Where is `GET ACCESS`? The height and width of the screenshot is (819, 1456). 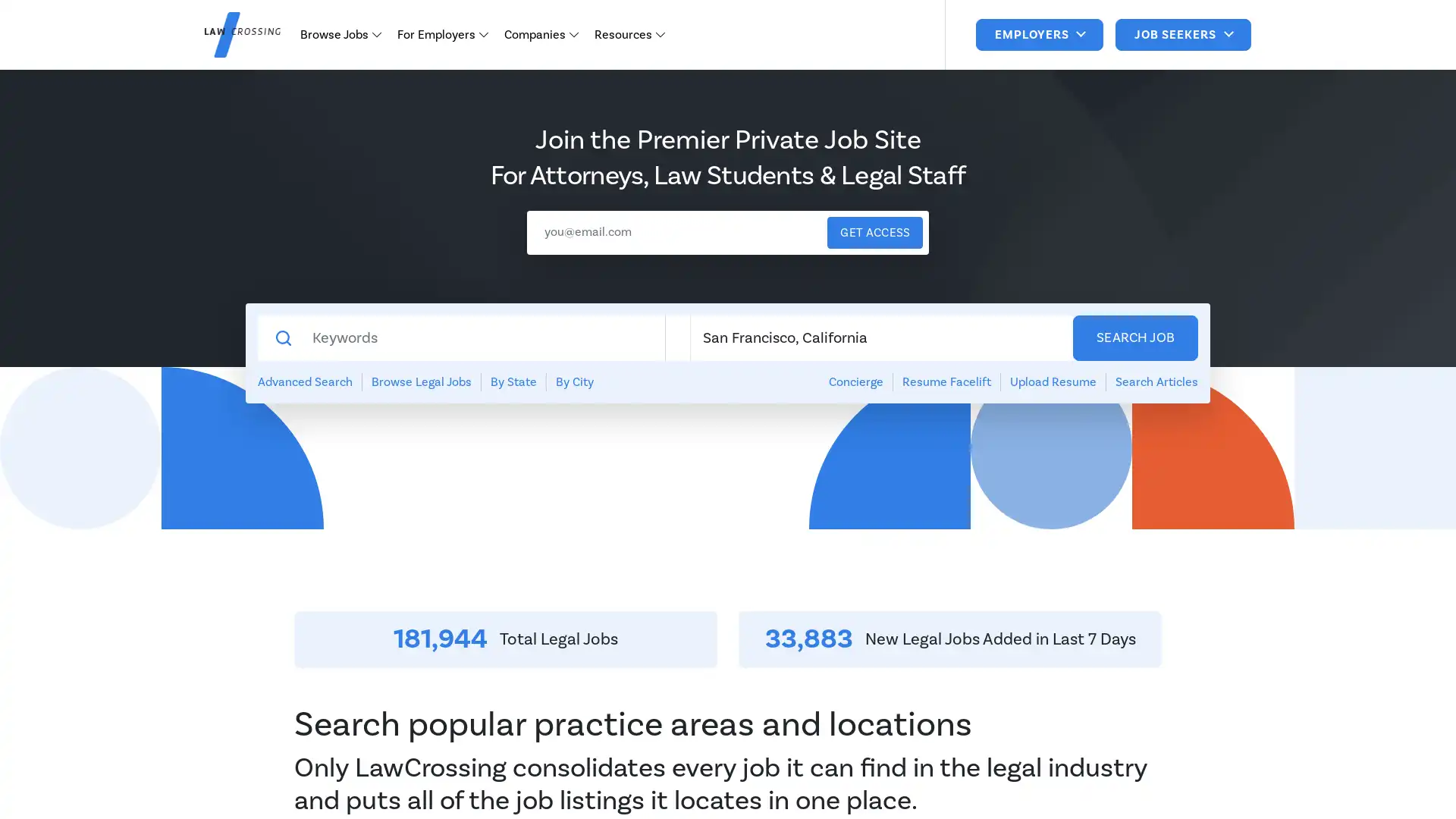 GET ACCESS is located at coordinates (874, 233).